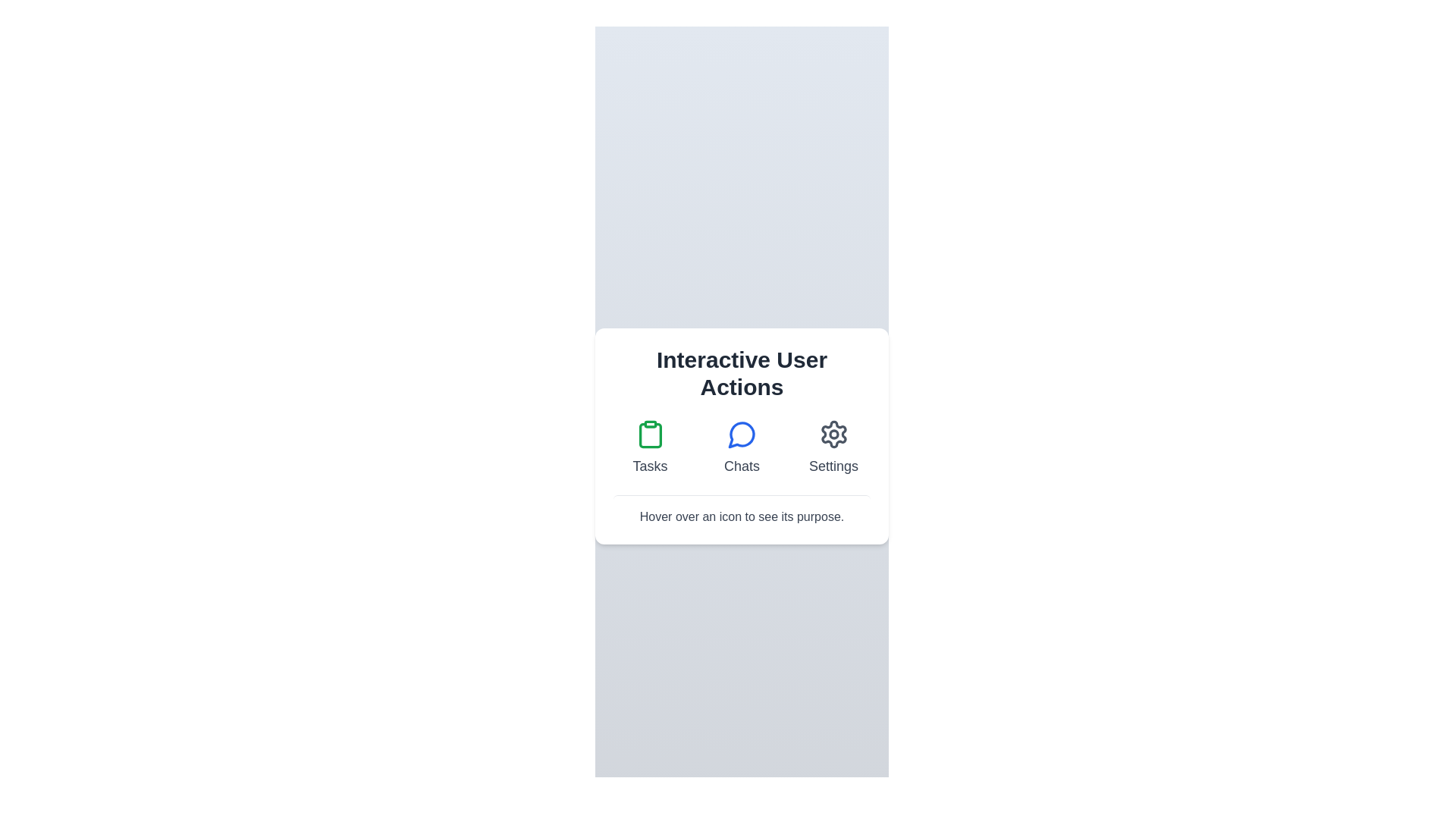 This screenshot has height=819, width=1456. I want to click on the settings icon, which is a gray gear shape with a bold 'Settings' label beneath it, located at the leftmost position in the bottom horizontal action bar, so click(833, 434).